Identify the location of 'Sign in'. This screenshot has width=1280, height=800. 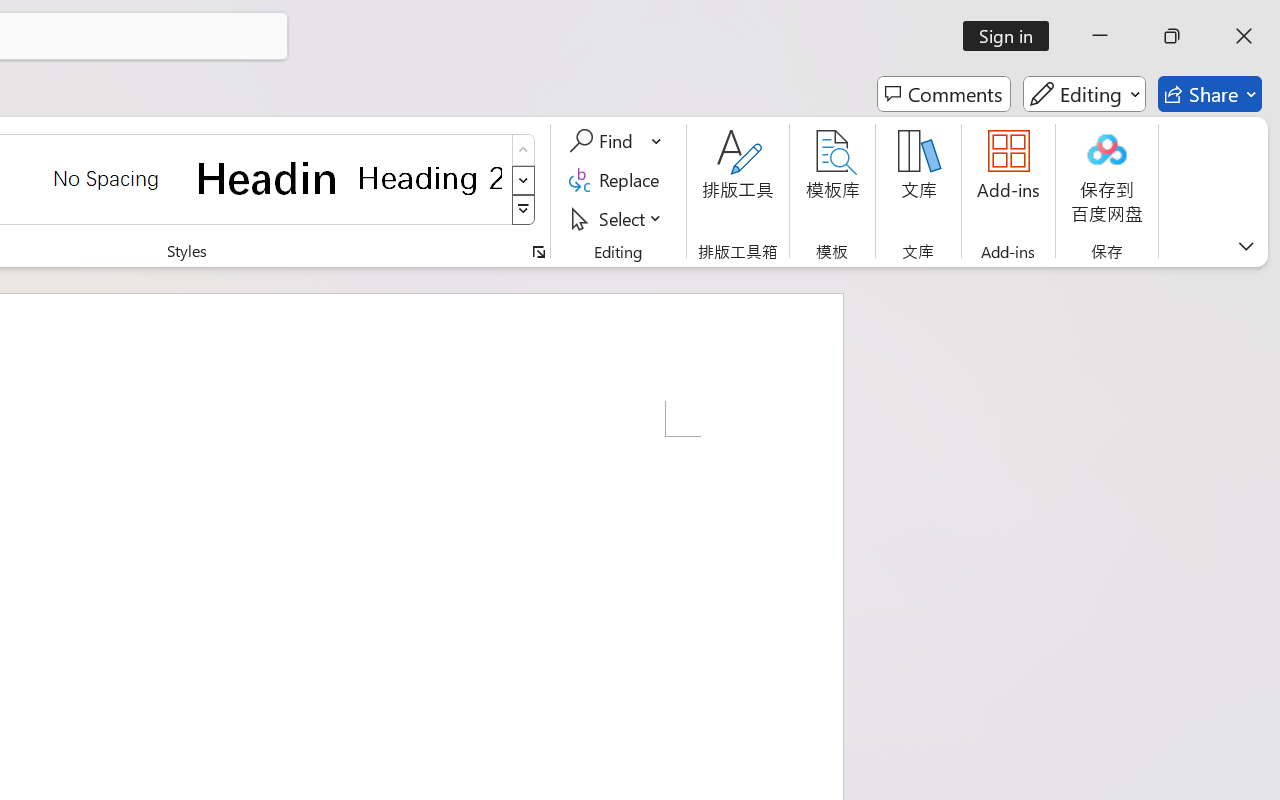
(1013, 35).